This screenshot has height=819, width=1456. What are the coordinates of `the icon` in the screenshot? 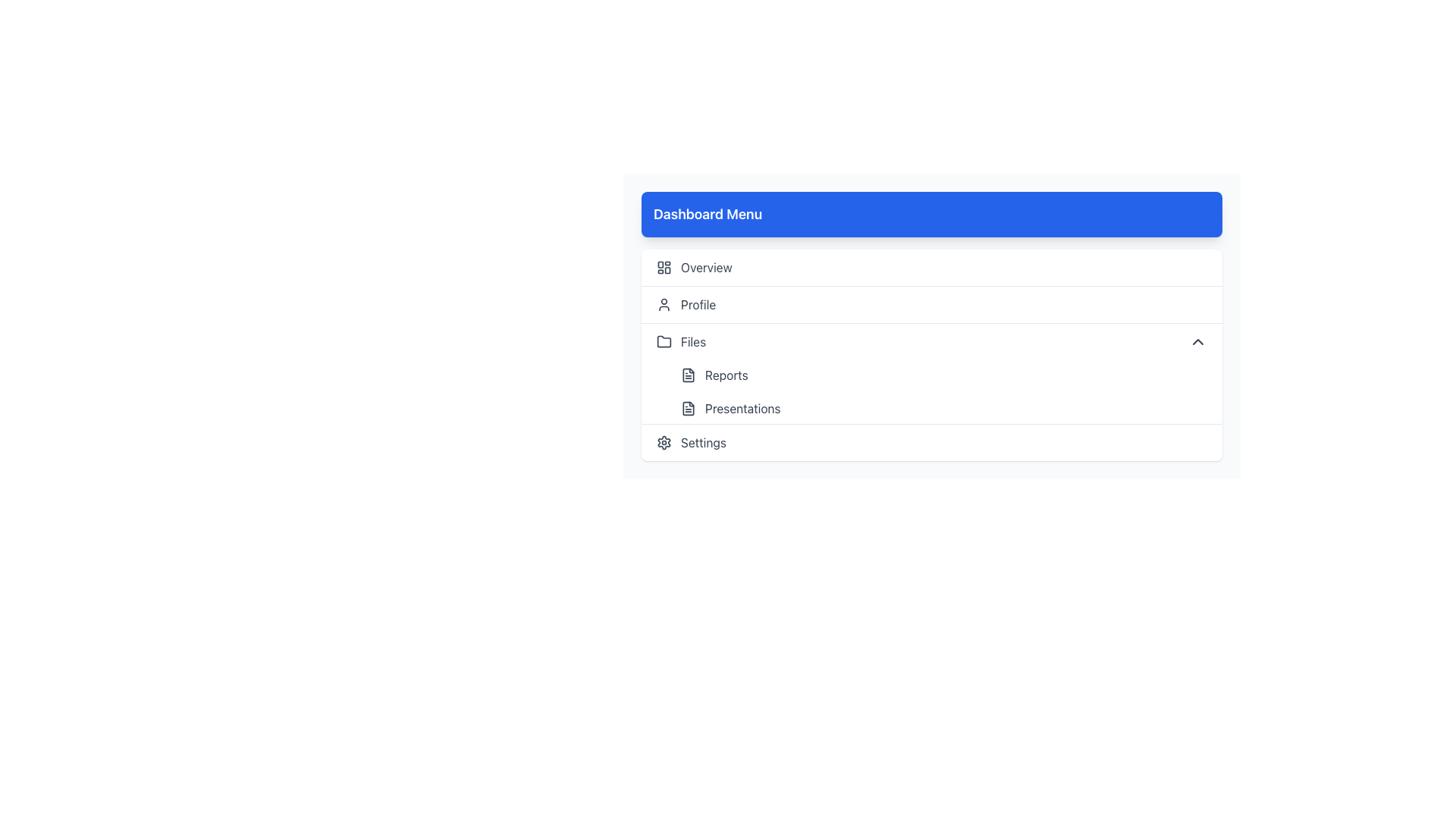 It's located at (1197, 342).